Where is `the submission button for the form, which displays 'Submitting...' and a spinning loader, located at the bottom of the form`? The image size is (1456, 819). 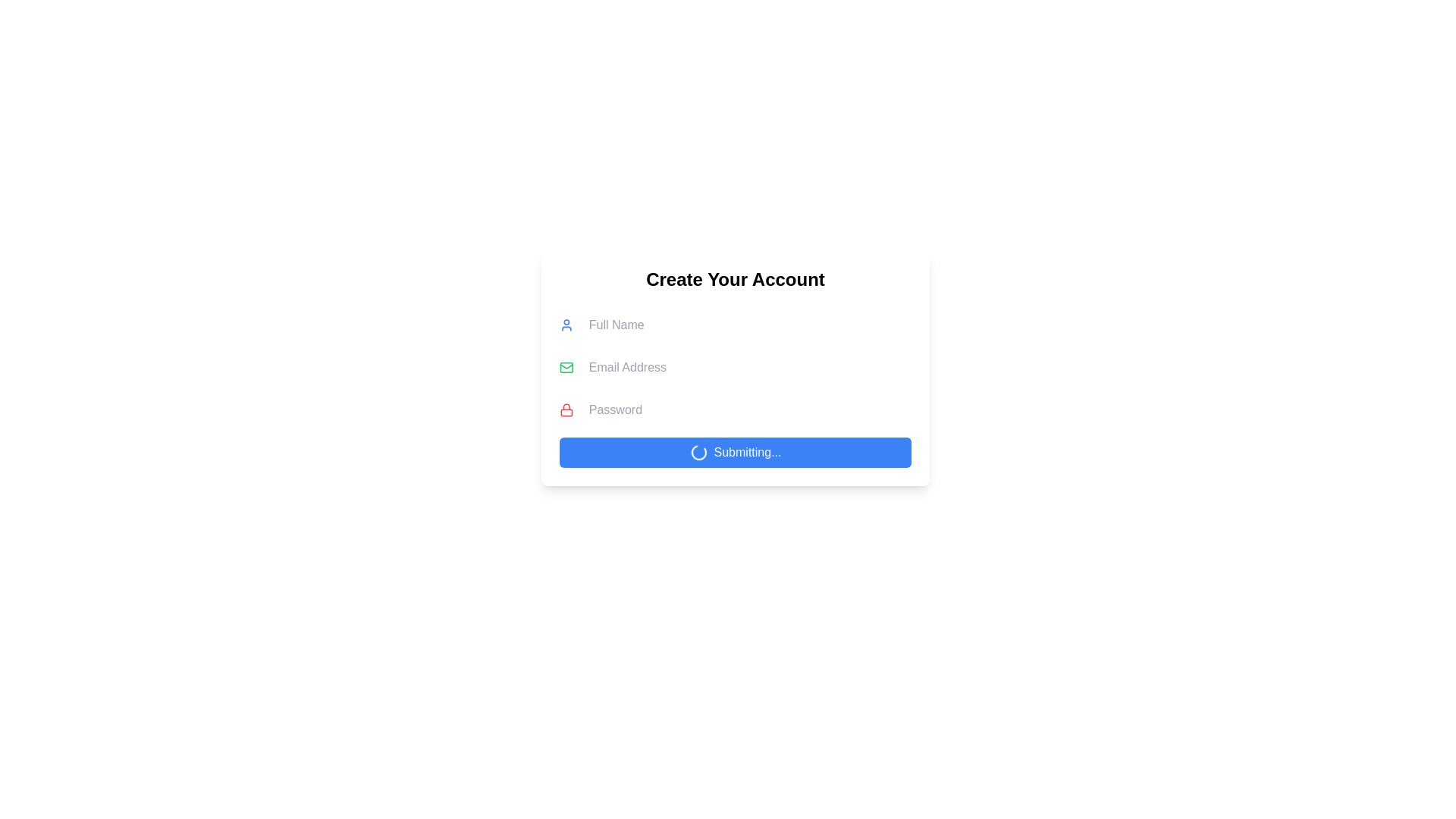
the submission button for the form, which displays 'Submitting...' and a spinning loader, located at the bottom of the form is located at coordinates (735, 452).